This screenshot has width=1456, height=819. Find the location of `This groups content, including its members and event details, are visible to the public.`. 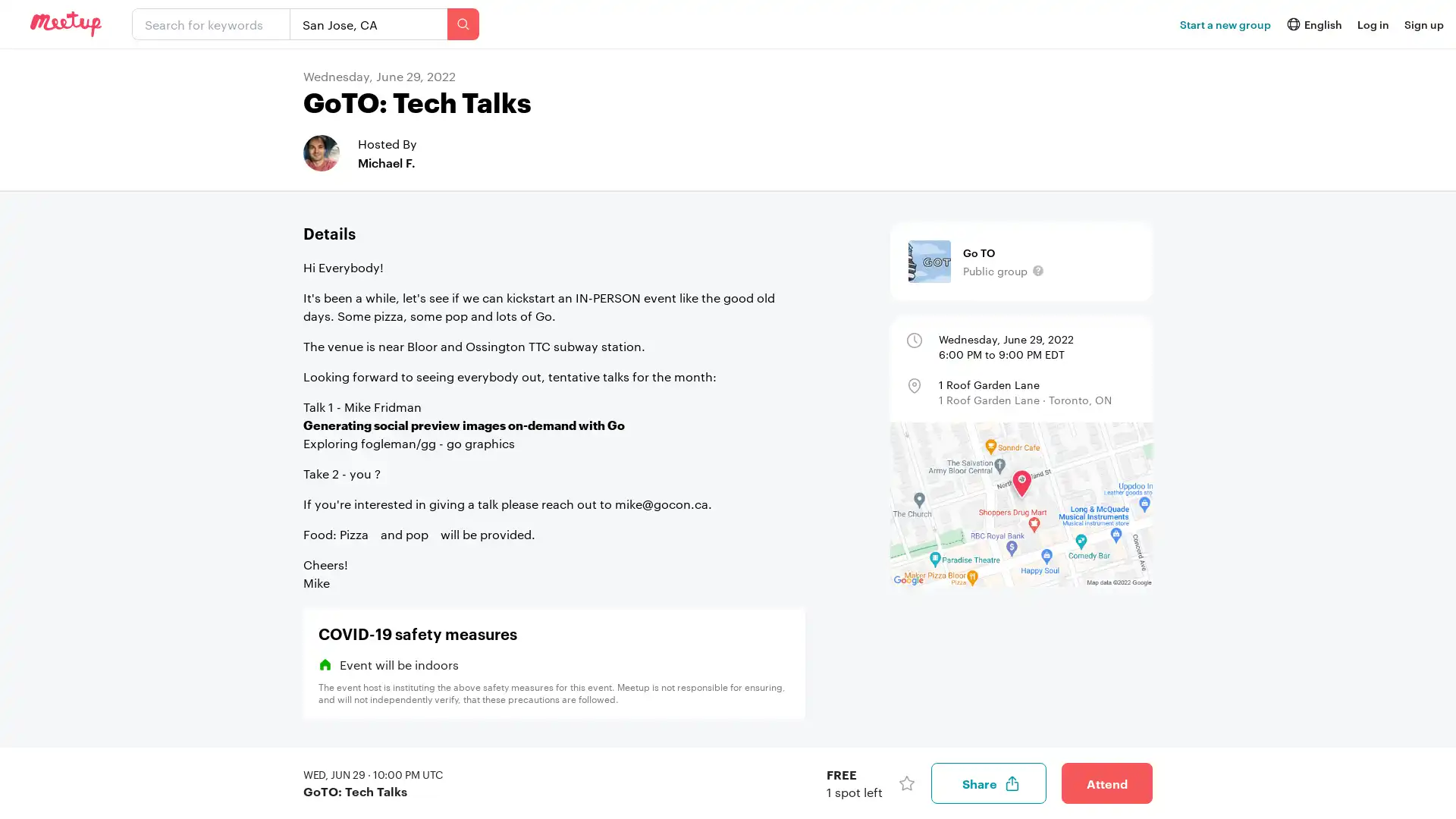

This groups content, including its members and event details, are visible to the public. is located at coordinates (1037, 270).